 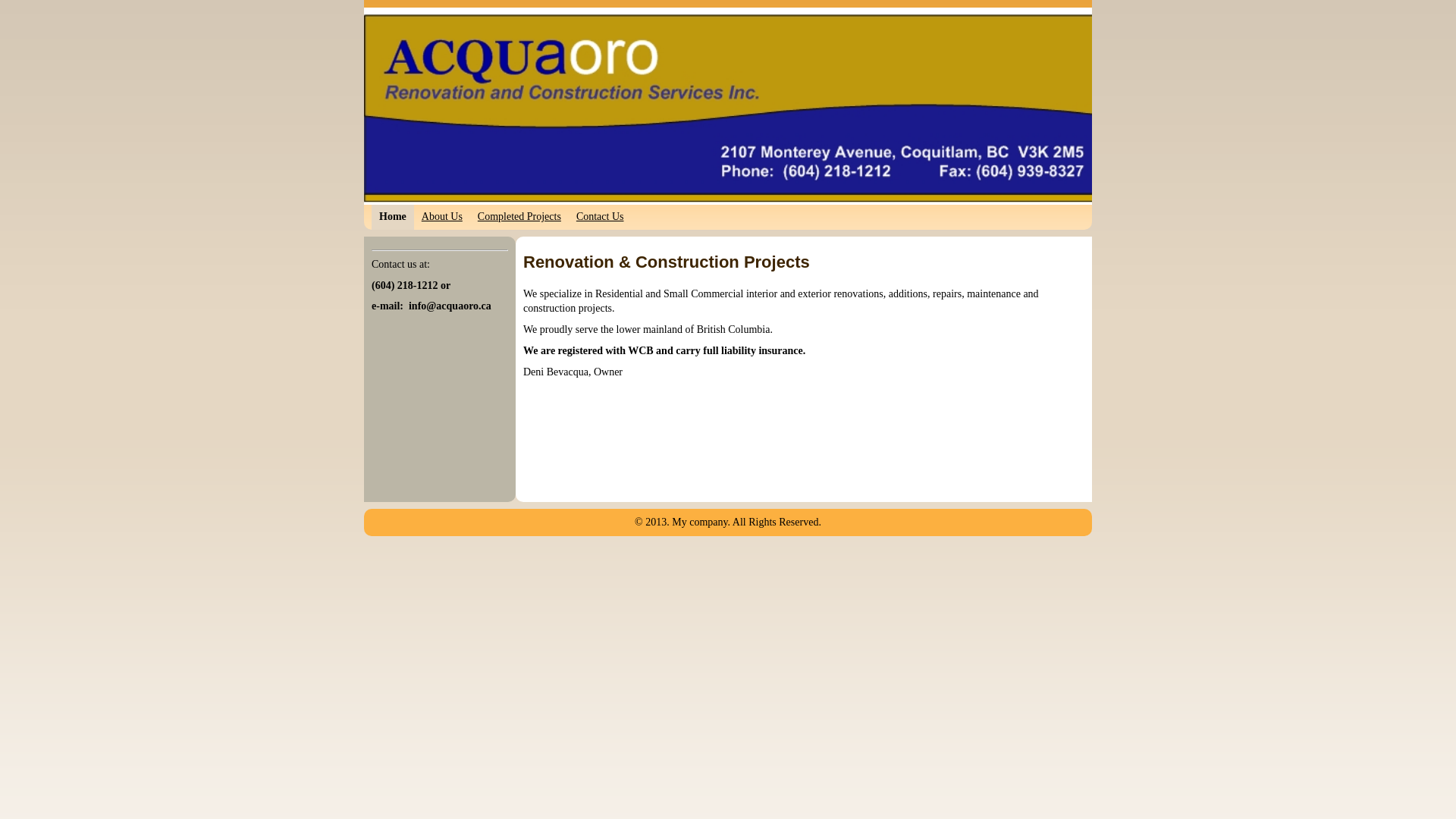 What do you see at coordinates (441, 217) in the screenshot?
I see `'About Us'` at bounding box center [441, 217].